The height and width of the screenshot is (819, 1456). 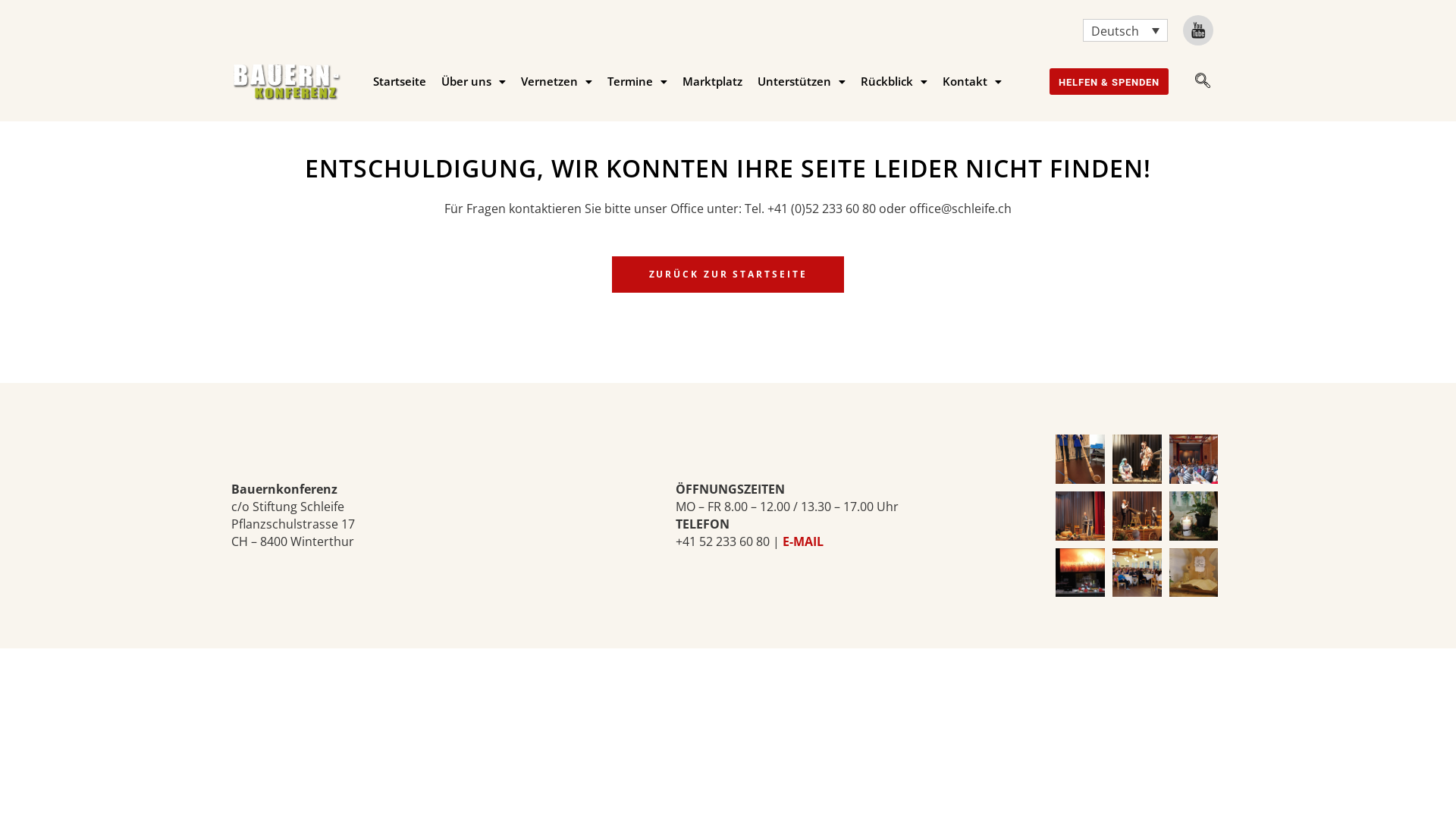 What do you see at coordinates (400, 81) in the screenshot?
I see `'Startseite'` at bounding box center [400, 81].